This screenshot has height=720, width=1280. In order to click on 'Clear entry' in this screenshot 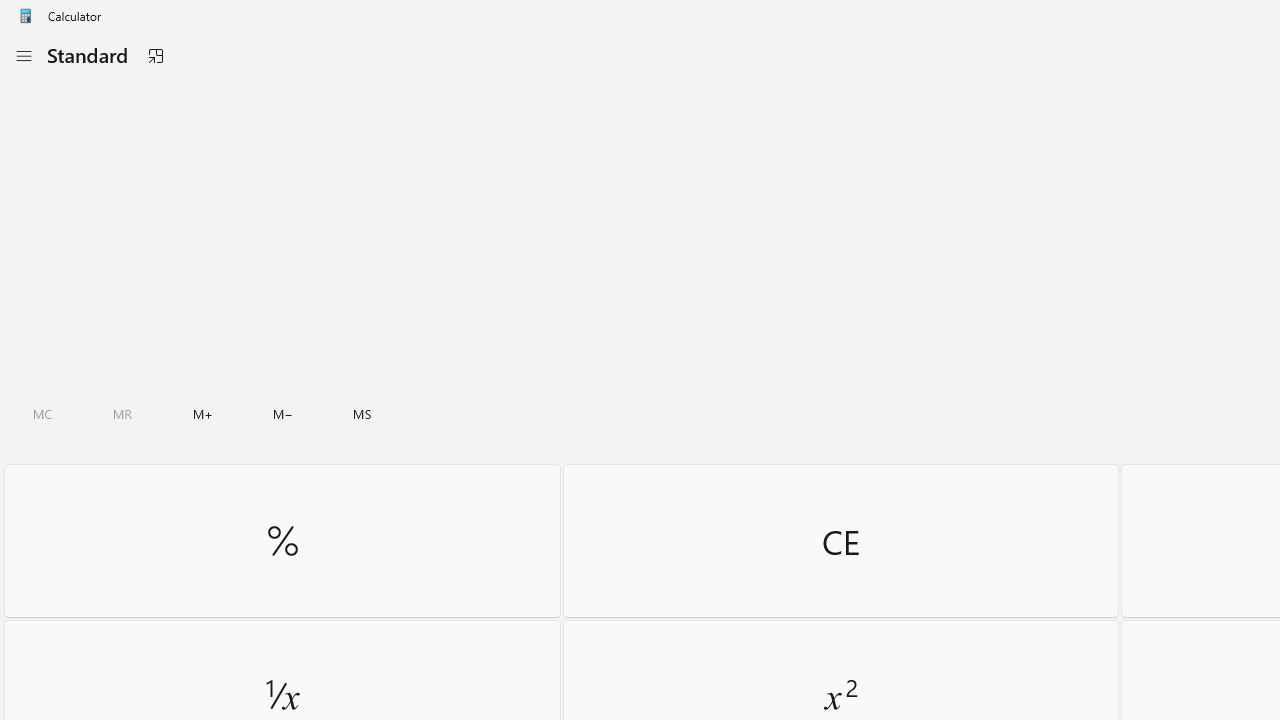, I will do `click(840, 540)`.